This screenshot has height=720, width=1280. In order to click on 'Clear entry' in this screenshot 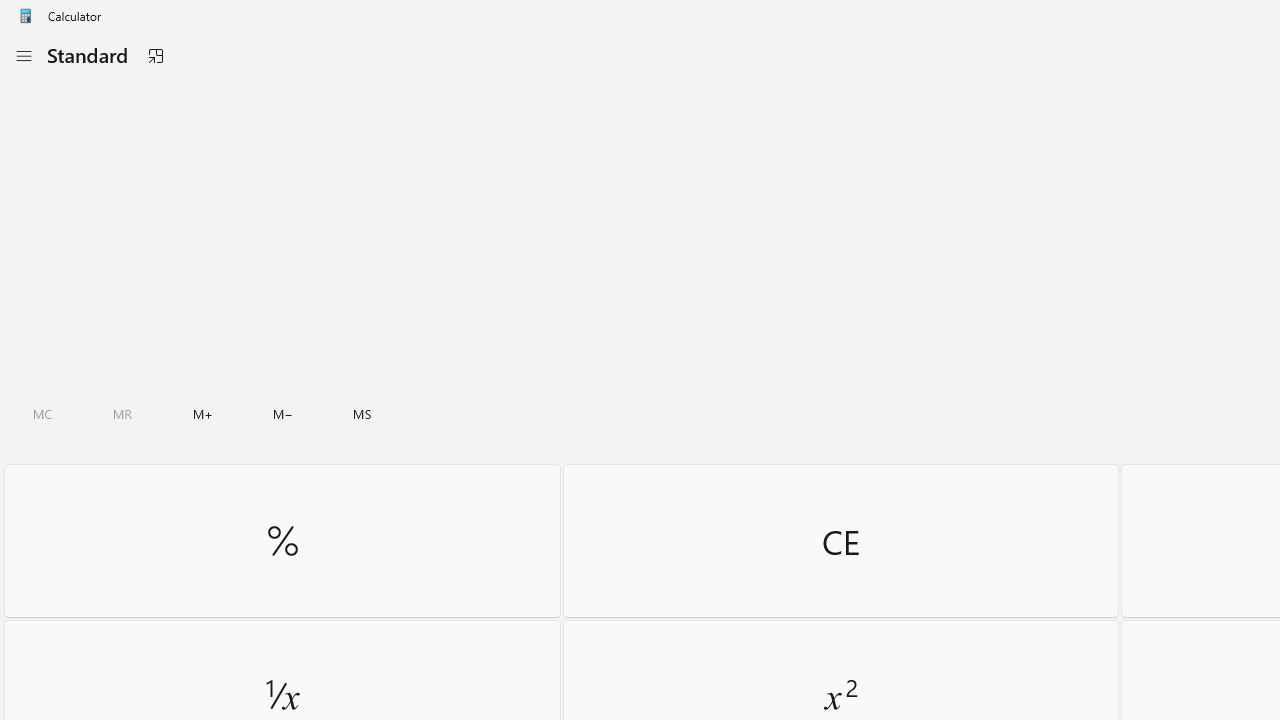, I will do `click(840, 540)`.